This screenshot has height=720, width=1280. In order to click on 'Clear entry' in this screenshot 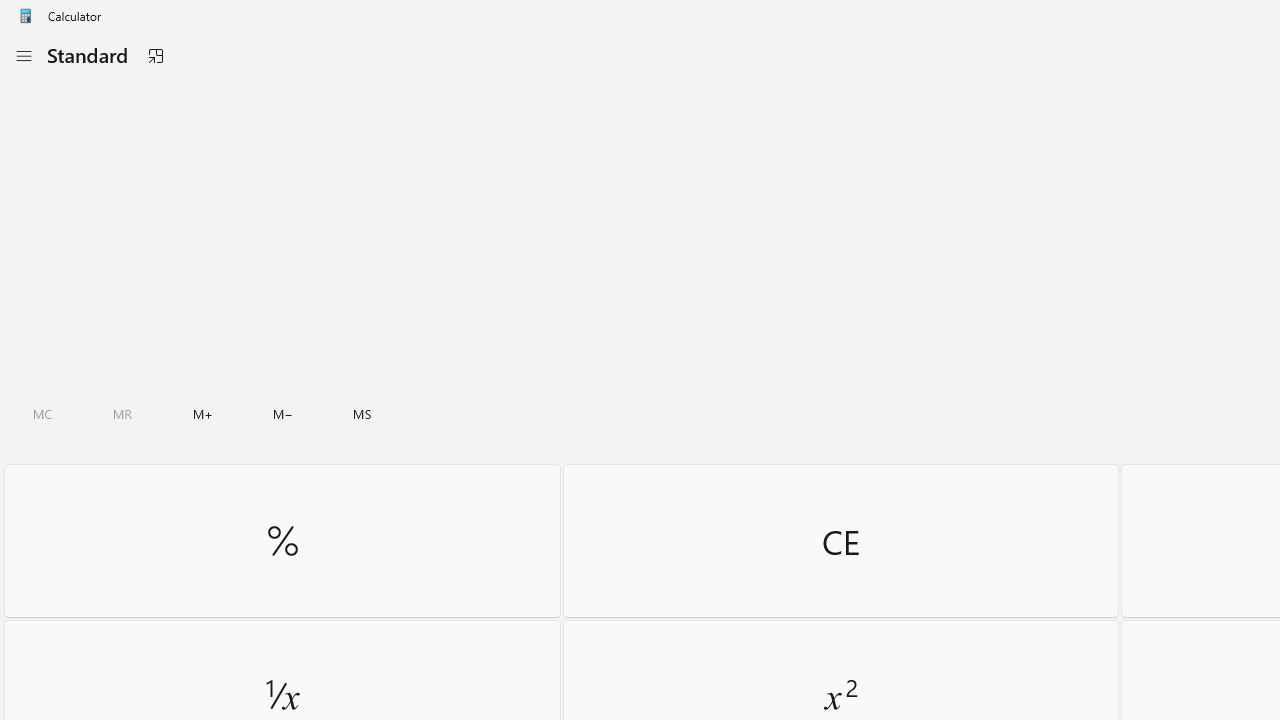, I will do `click(840, 540)`.